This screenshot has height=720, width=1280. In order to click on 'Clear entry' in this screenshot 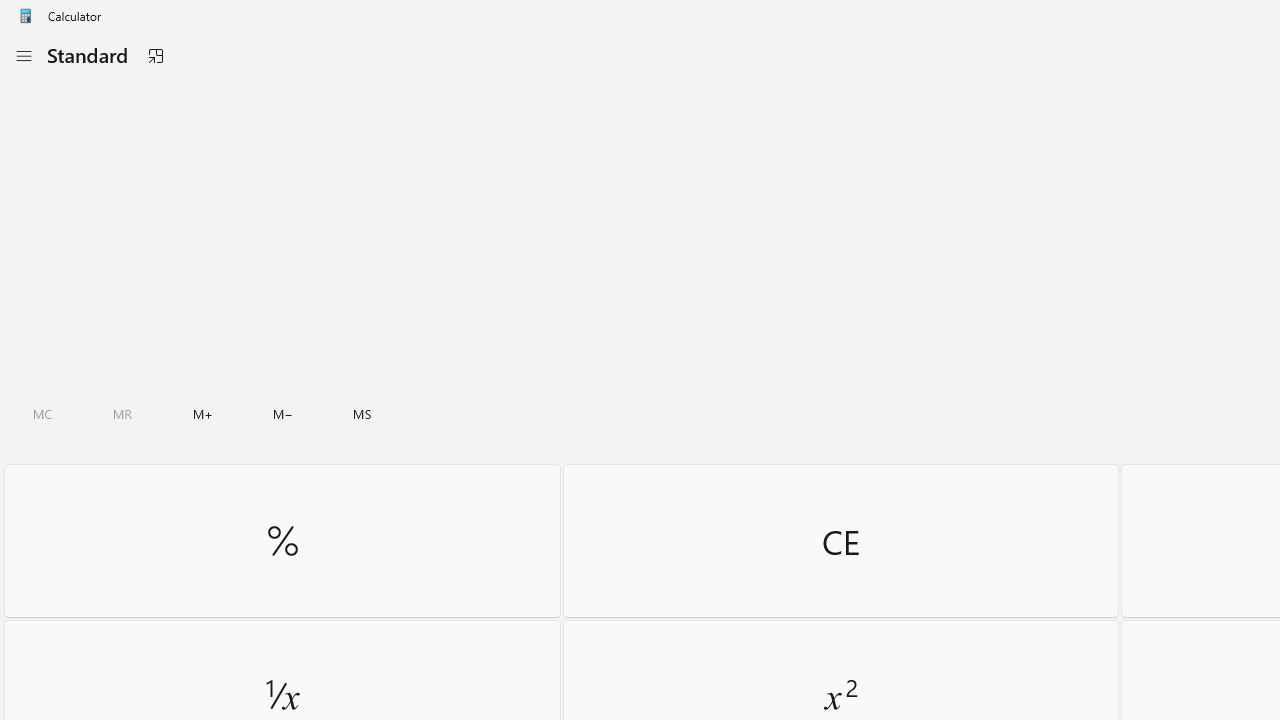, I will do `click(840, 540)`.